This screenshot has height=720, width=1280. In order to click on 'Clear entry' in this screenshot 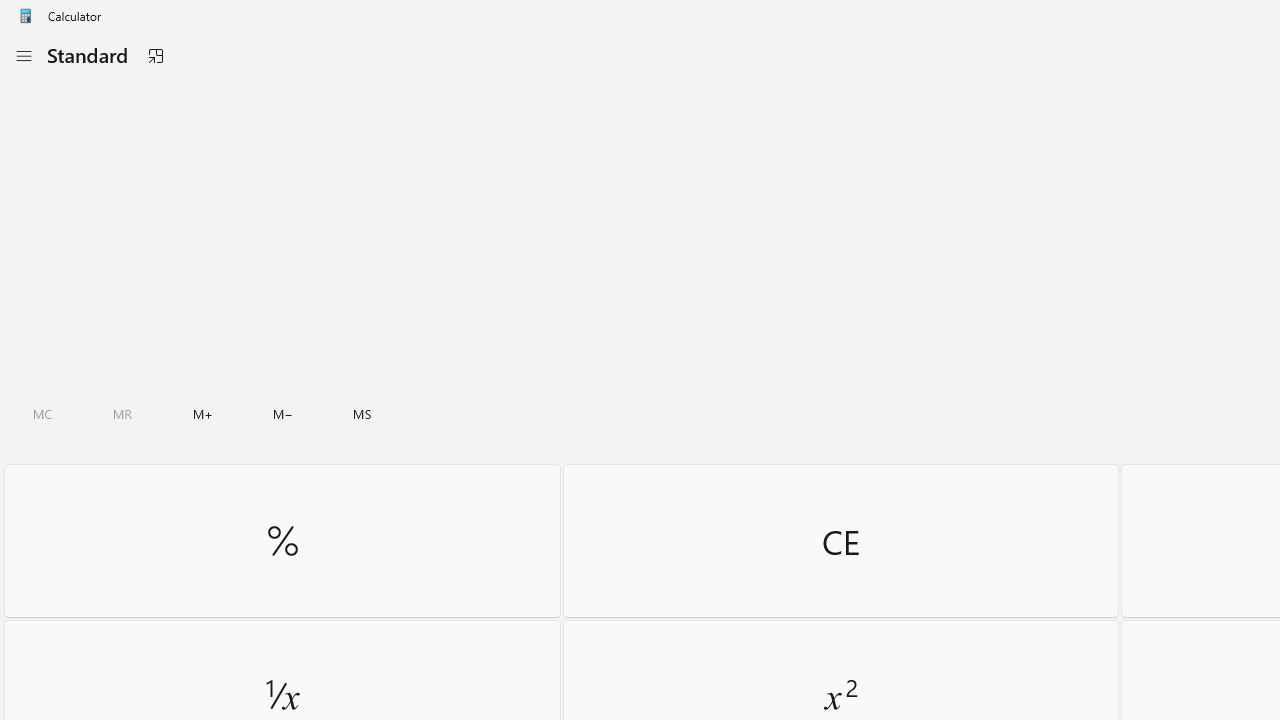, I will do `click(840, 540)`.